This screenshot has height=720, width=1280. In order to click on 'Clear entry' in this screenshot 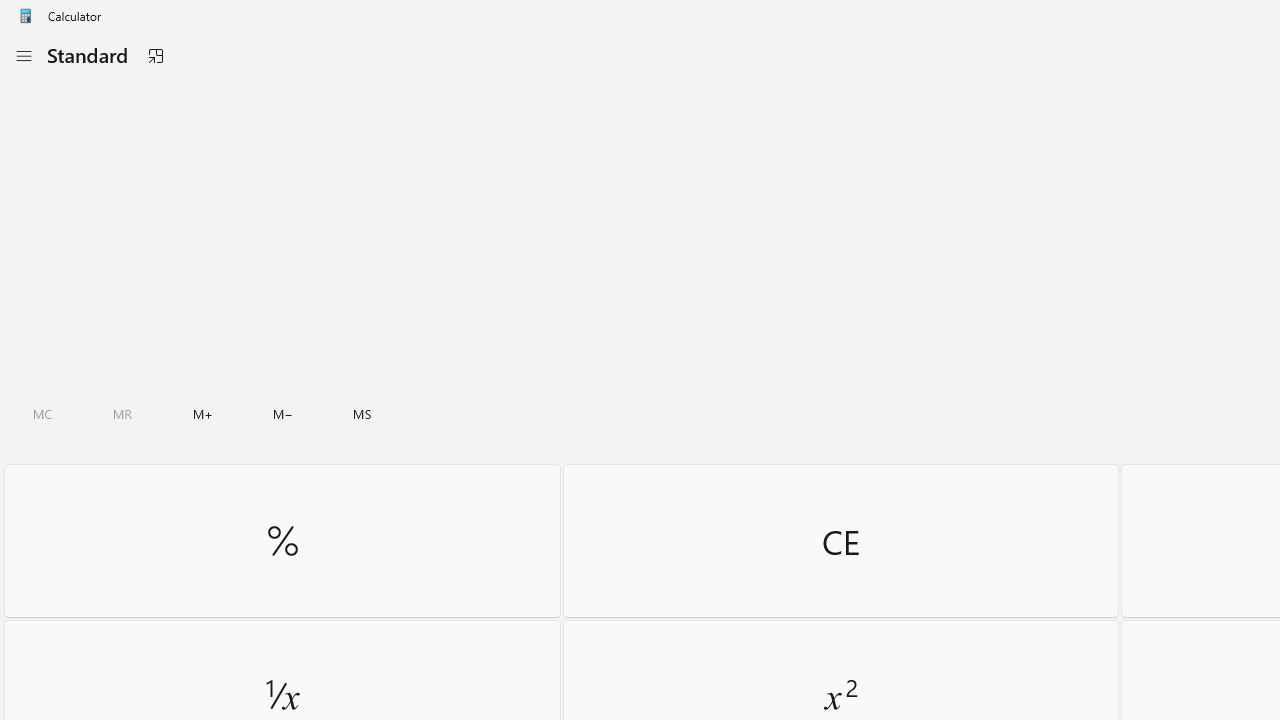, I will do `click(840, 540)`.